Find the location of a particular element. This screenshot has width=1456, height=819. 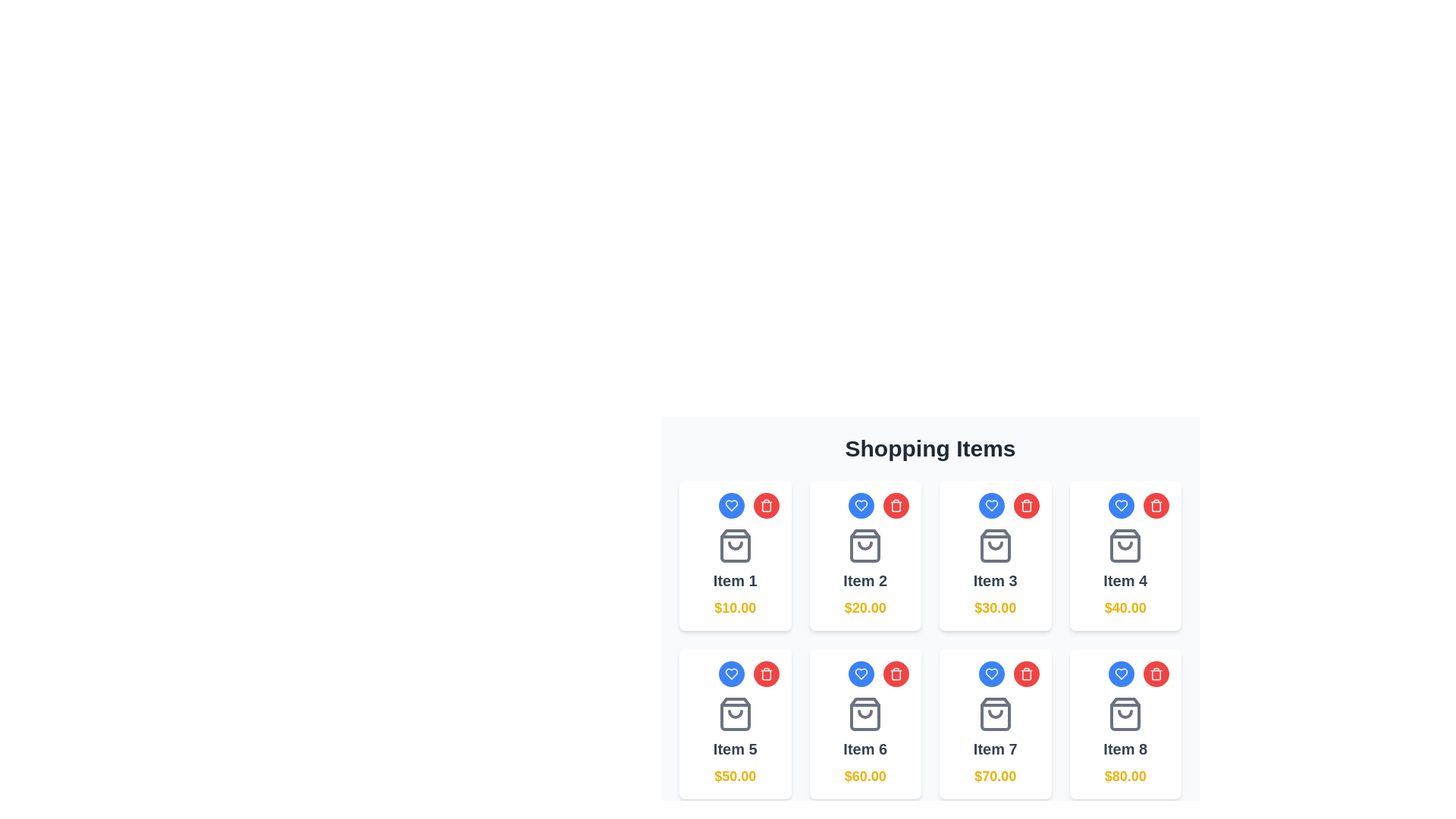

the delete button icon represented by a trash can with a red background in the top-right corner of the product card is located at coordinates (896, 673).